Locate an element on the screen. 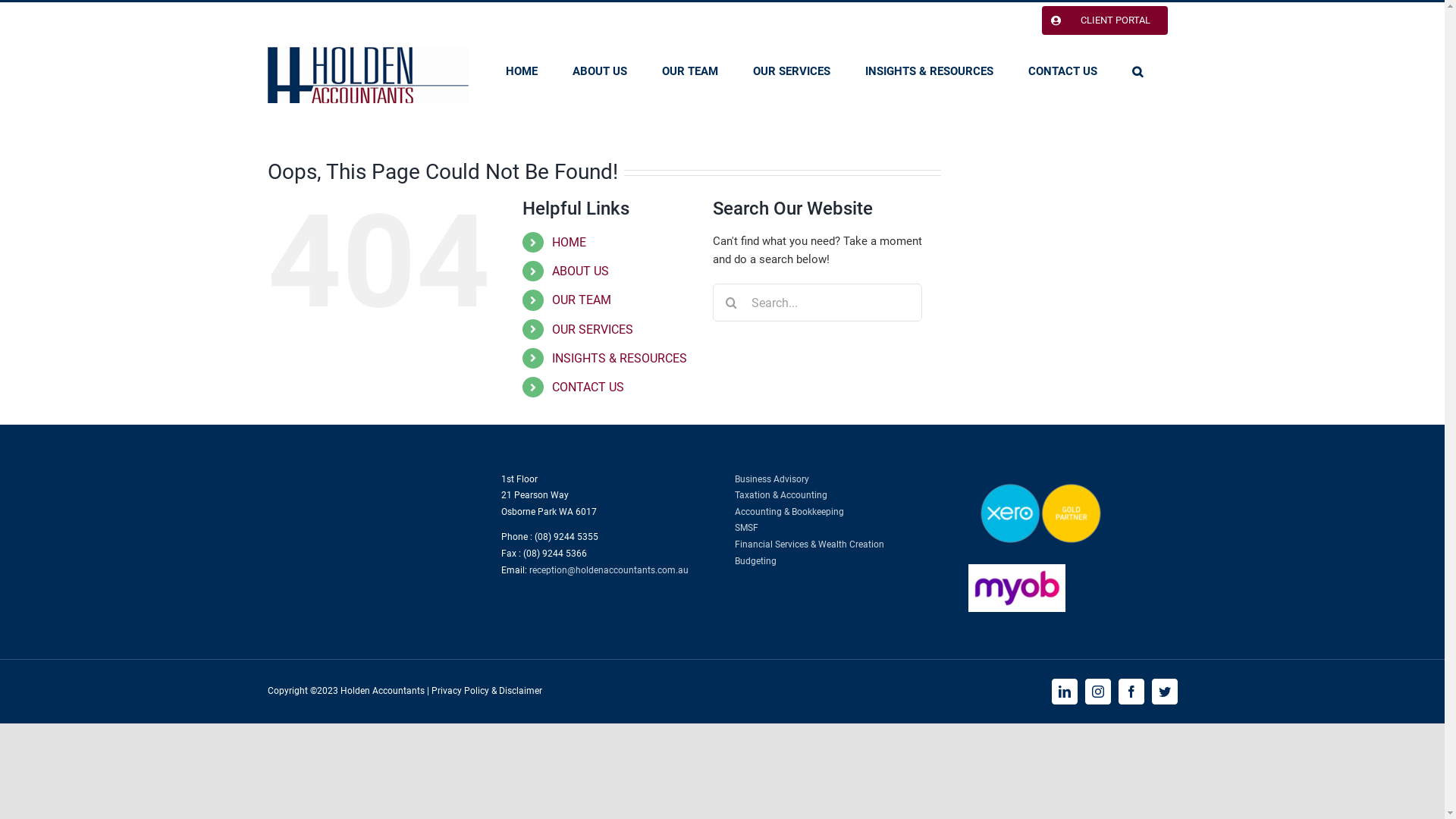  'OUR SERVICES' is located at coordinates (789, 71).